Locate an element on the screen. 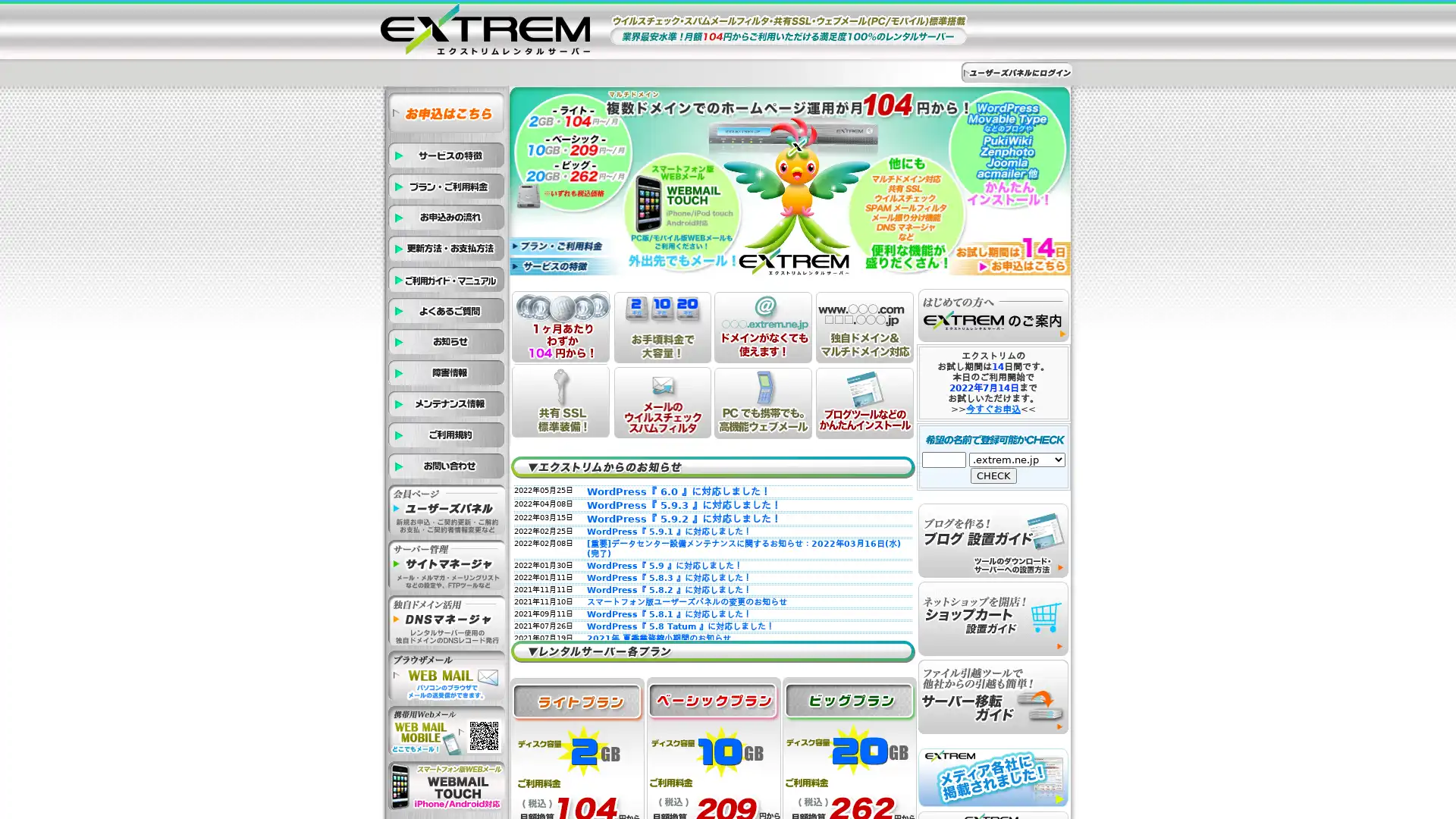 The image size is (1456, 819). CHECK is located at coordinates (993, 475).